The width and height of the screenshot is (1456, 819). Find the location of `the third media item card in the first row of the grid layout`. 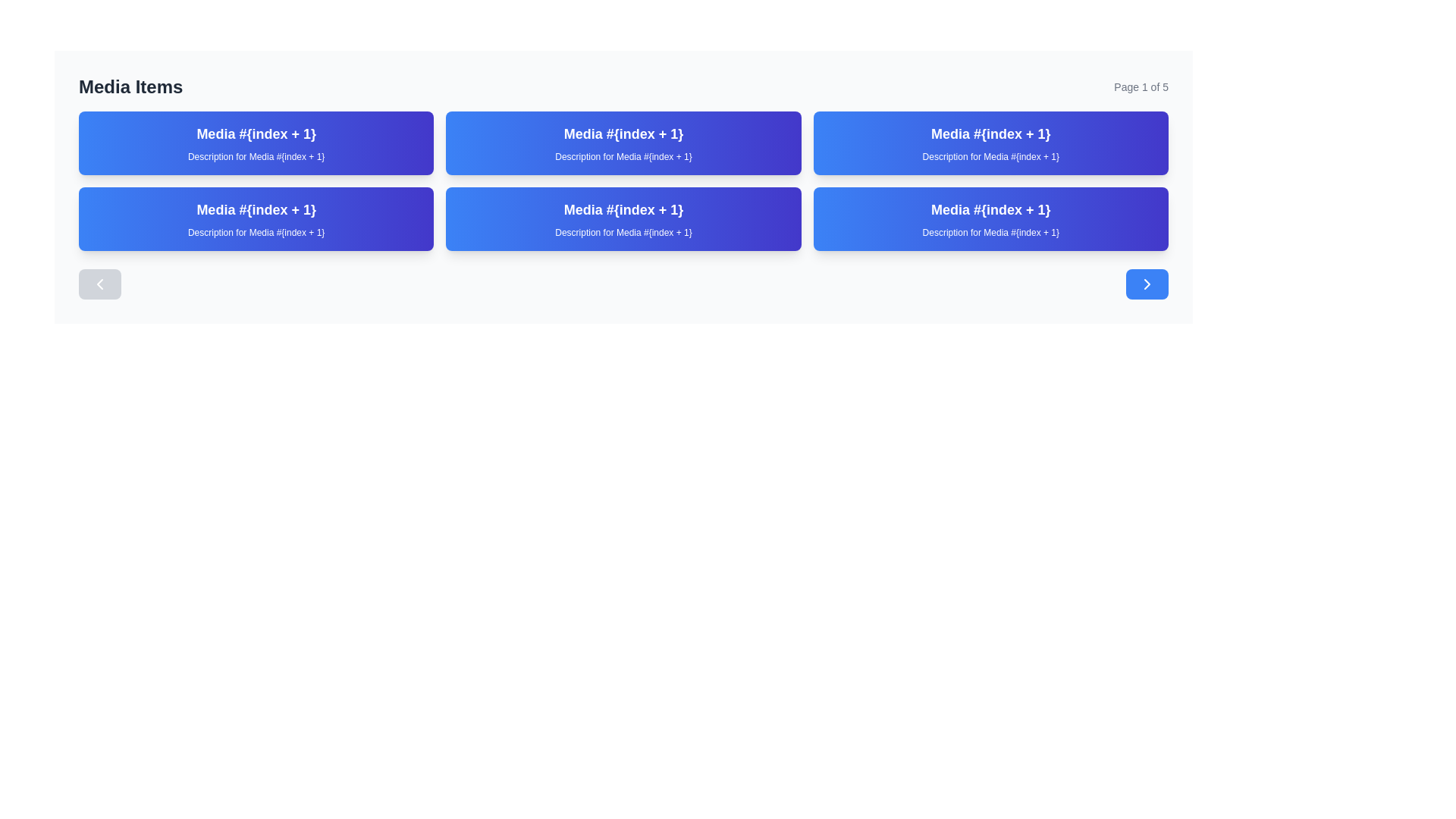

the third media item card in the first row of the grid layout is located at coordinates (990, 143).